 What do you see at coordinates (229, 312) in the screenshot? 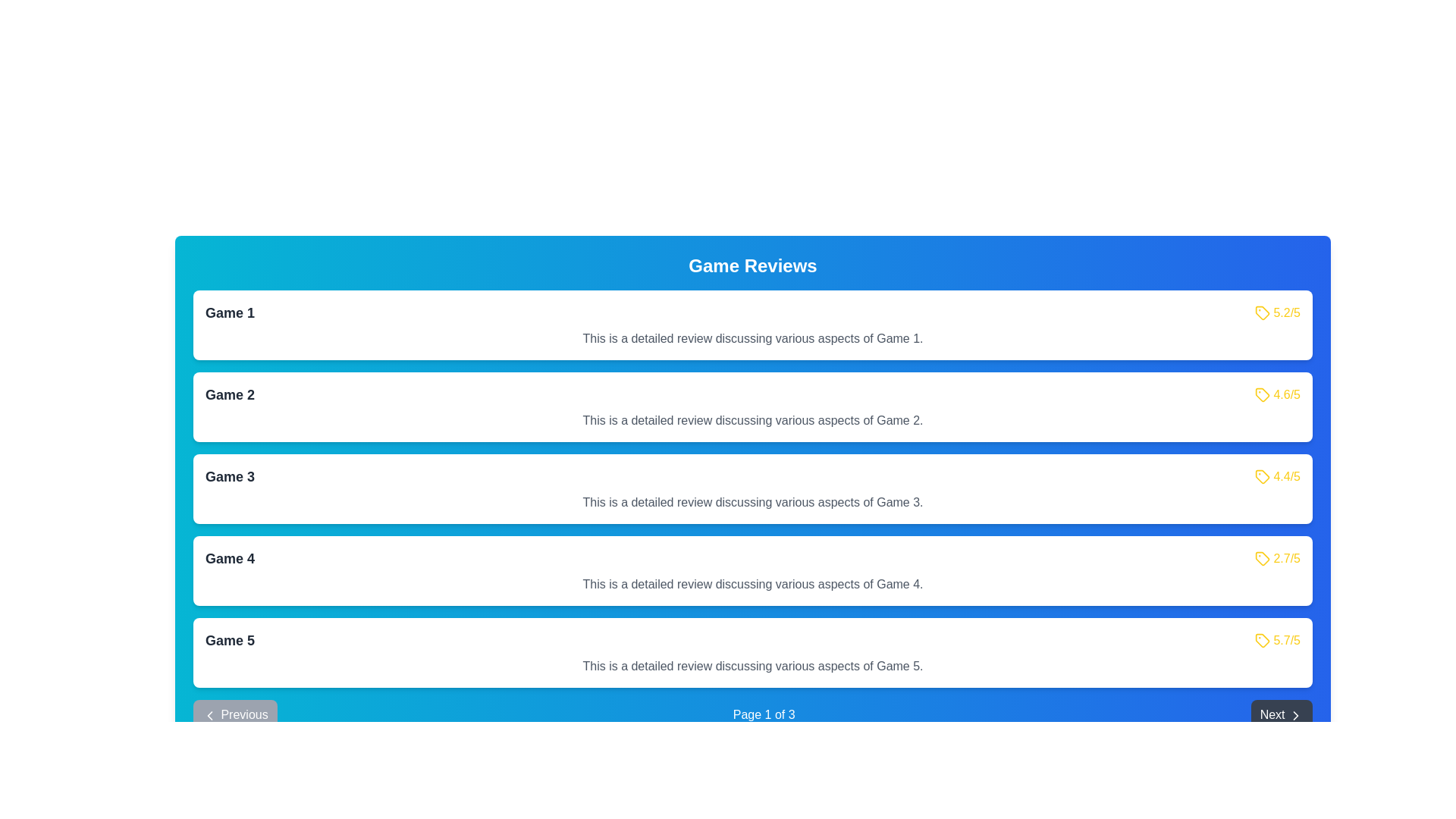
I see `the static text label that uniquely identifies the corresponding review or content item, located at the left side within the first row of a list-like structure` at bounding box center [229, 312].